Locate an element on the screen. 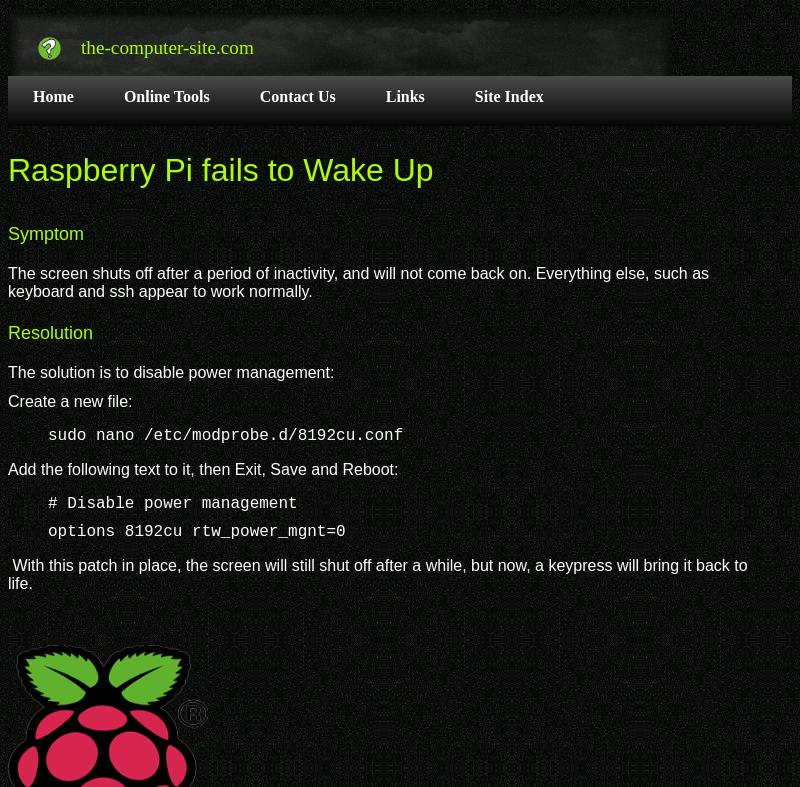 The width and height of the screenshot is (800, 787). 'Add the following text to it, then Exit, Save and Reboot:' is located at coordinates (202, 468).